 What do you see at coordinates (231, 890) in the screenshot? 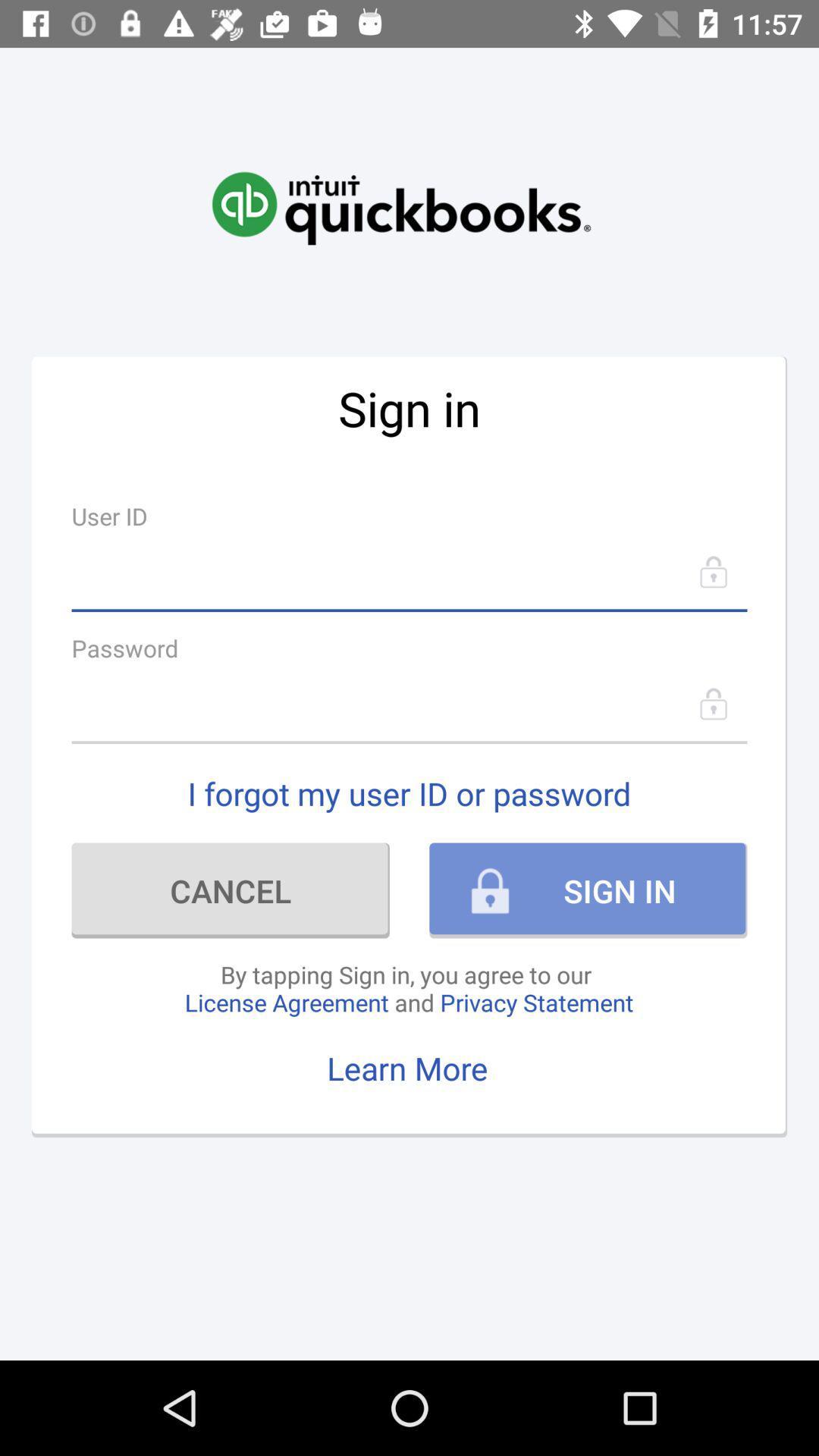
I see `icon below i forgot my item` at bounding box center [231, 890].